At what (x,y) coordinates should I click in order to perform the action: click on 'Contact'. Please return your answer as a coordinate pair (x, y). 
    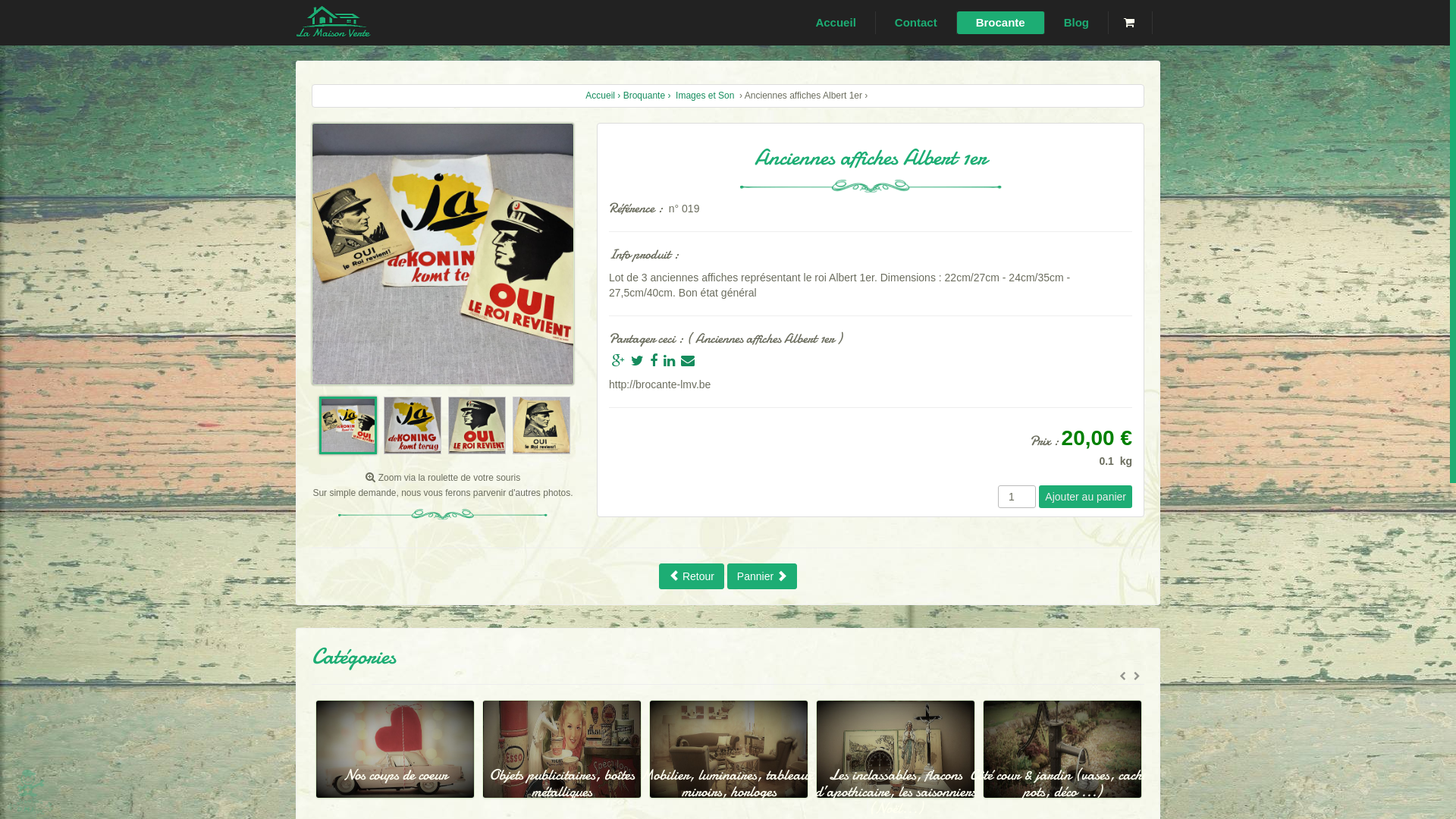
    Looking at the image, I should click on (915, 23).